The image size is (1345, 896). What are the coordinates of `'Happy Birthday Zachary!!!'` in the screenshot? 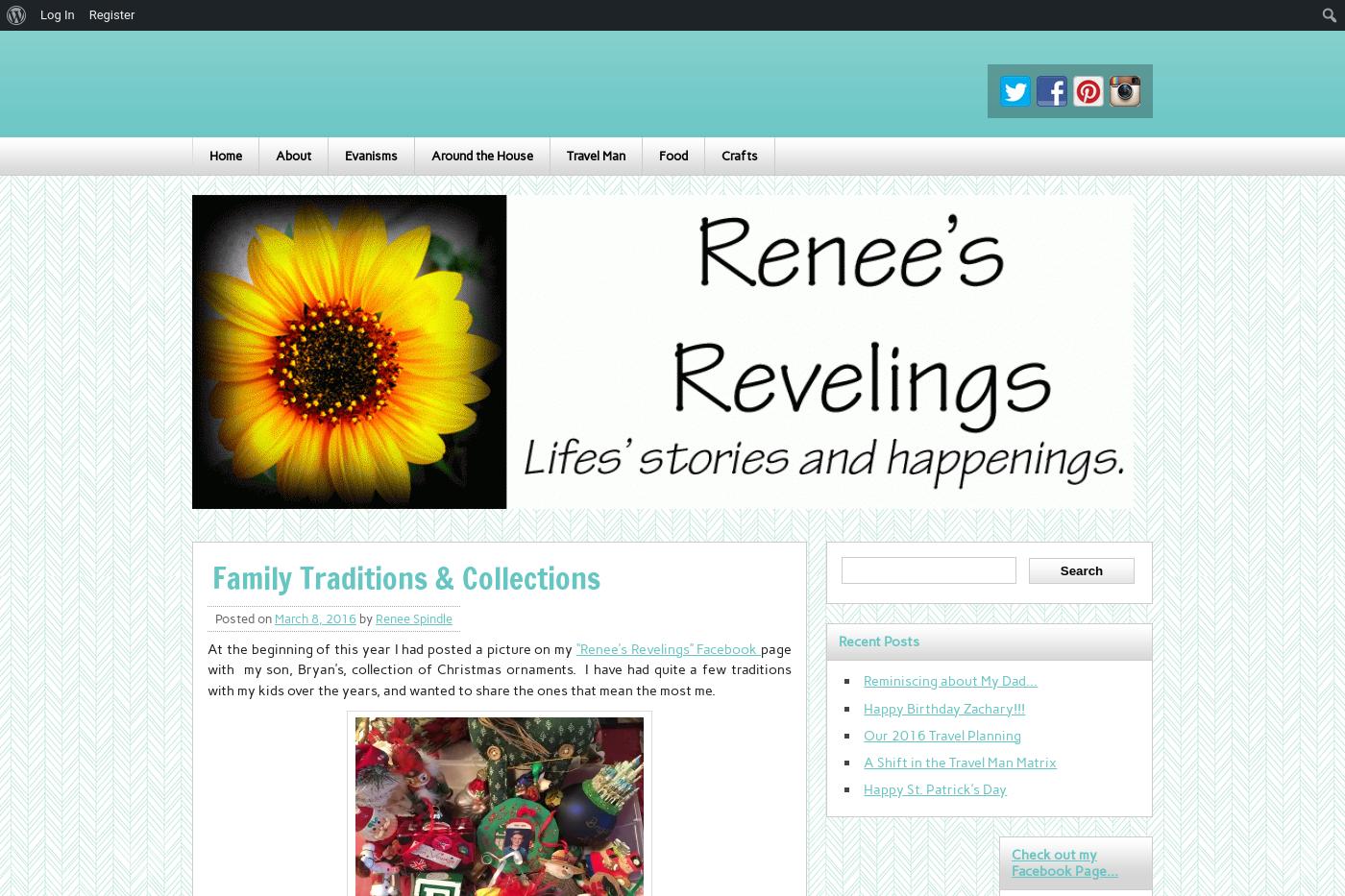 It's located at (943, 706).